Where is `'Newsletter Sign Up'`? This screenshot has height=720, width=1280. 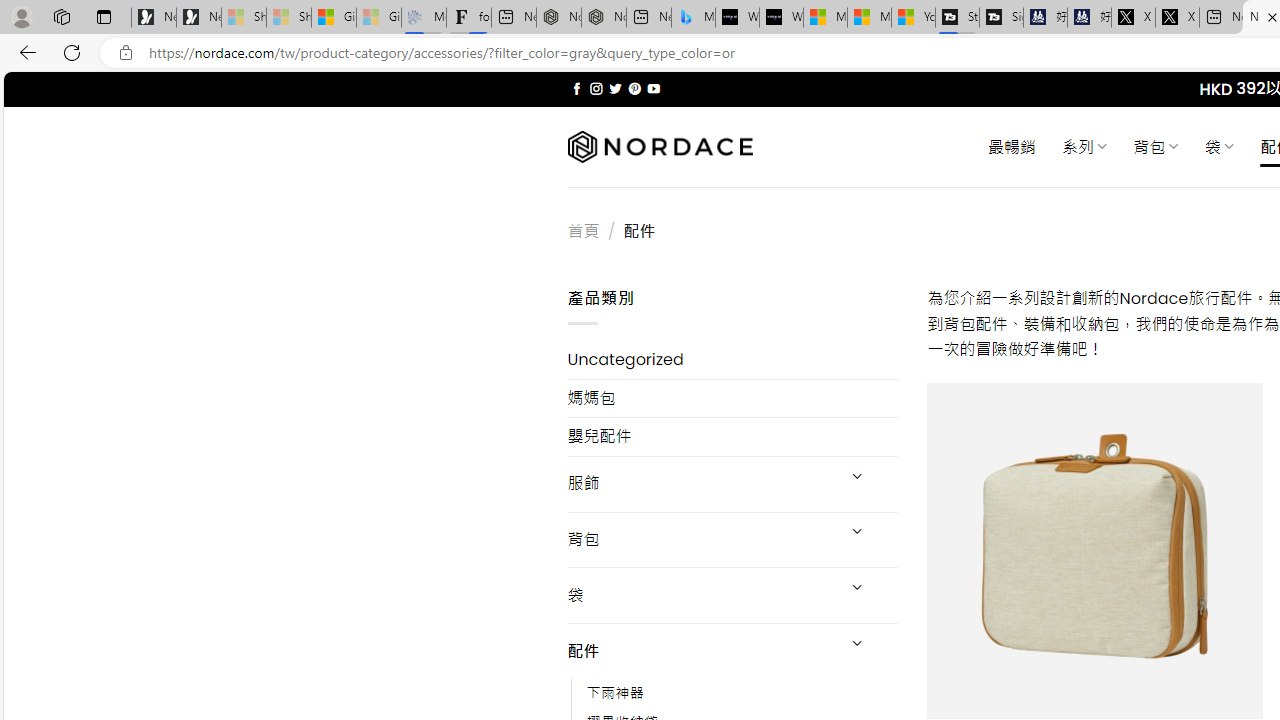 'Newsletter Sign Up' is located at coordinates (199, 17).